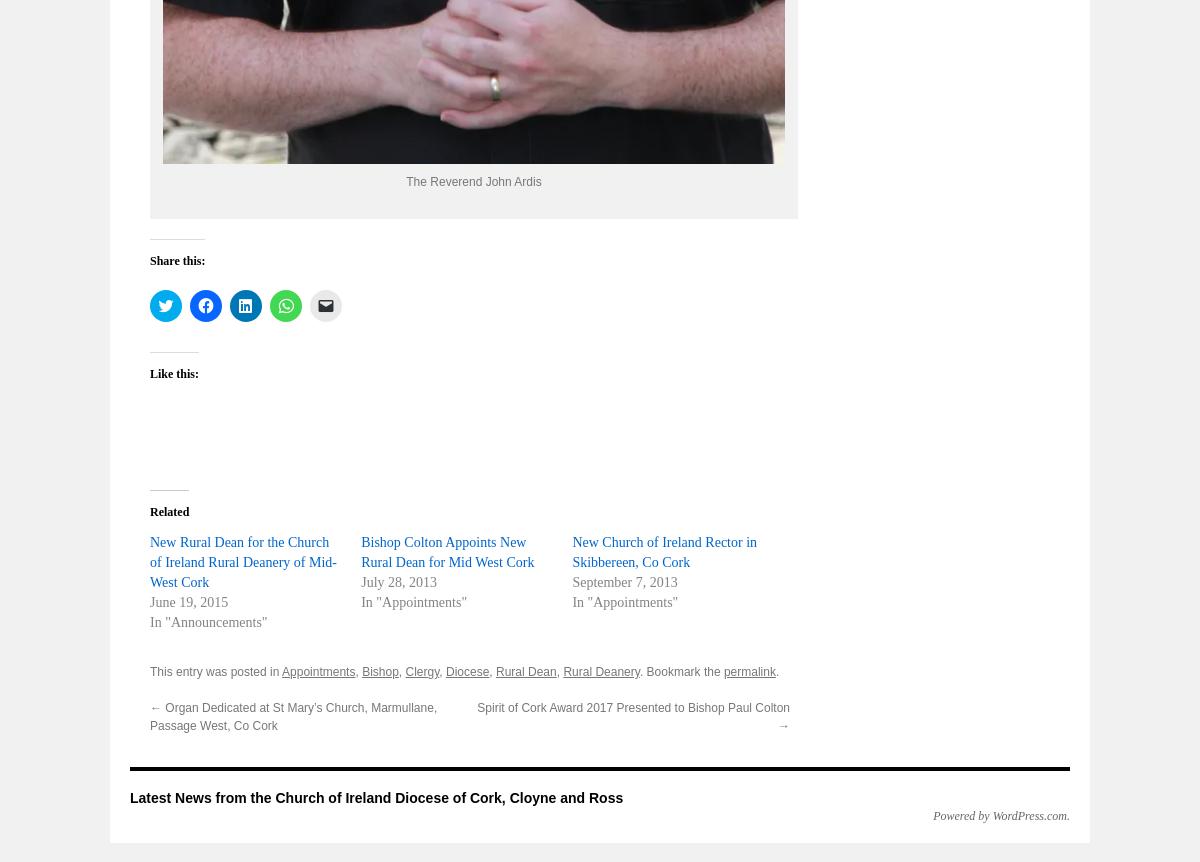  I want to click on 'Related', so click(168, 511).